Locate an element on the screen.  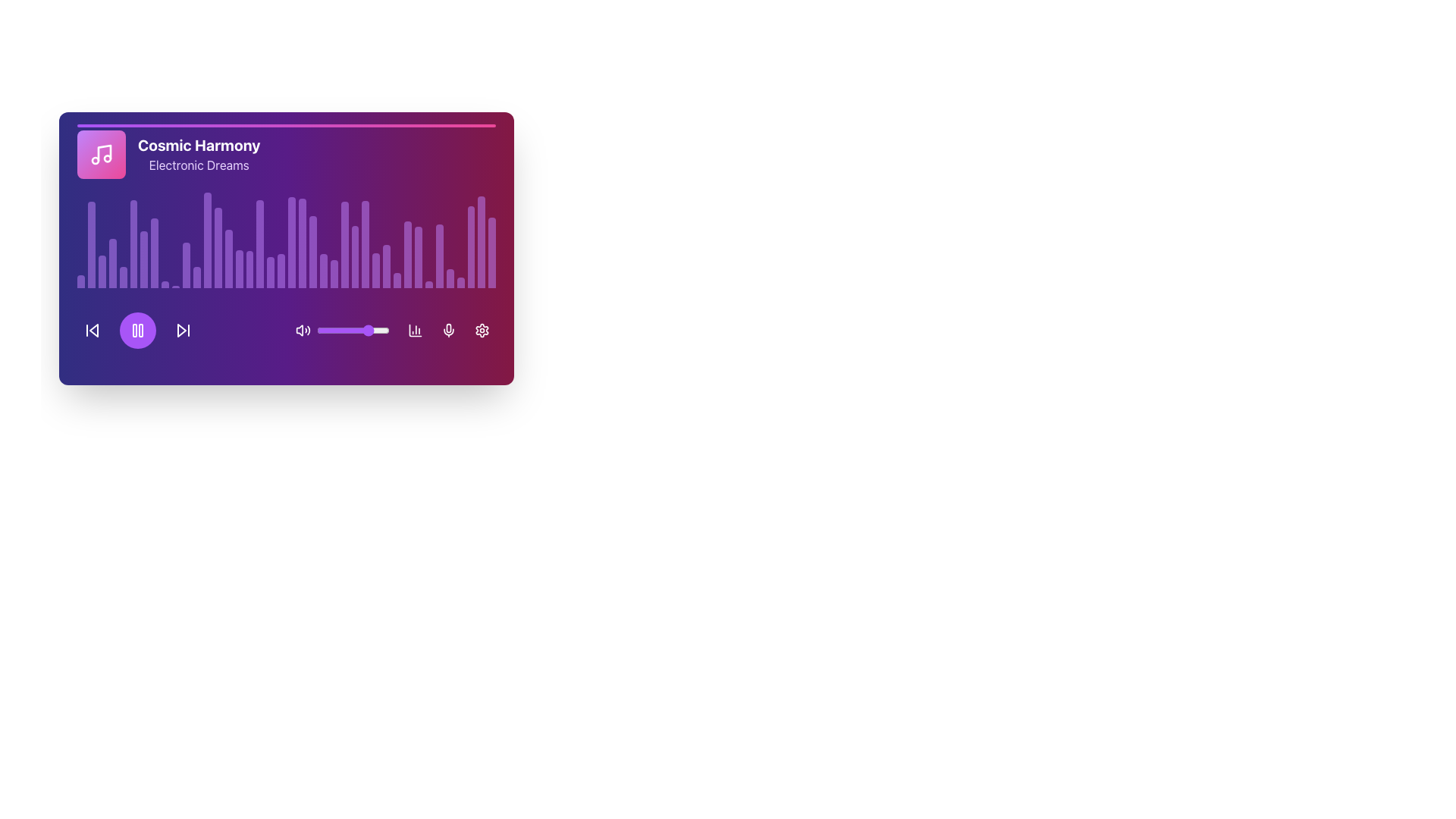
the microphone toggle button located in the bottom interface bar of the music player is located at coordinates (447, 329).